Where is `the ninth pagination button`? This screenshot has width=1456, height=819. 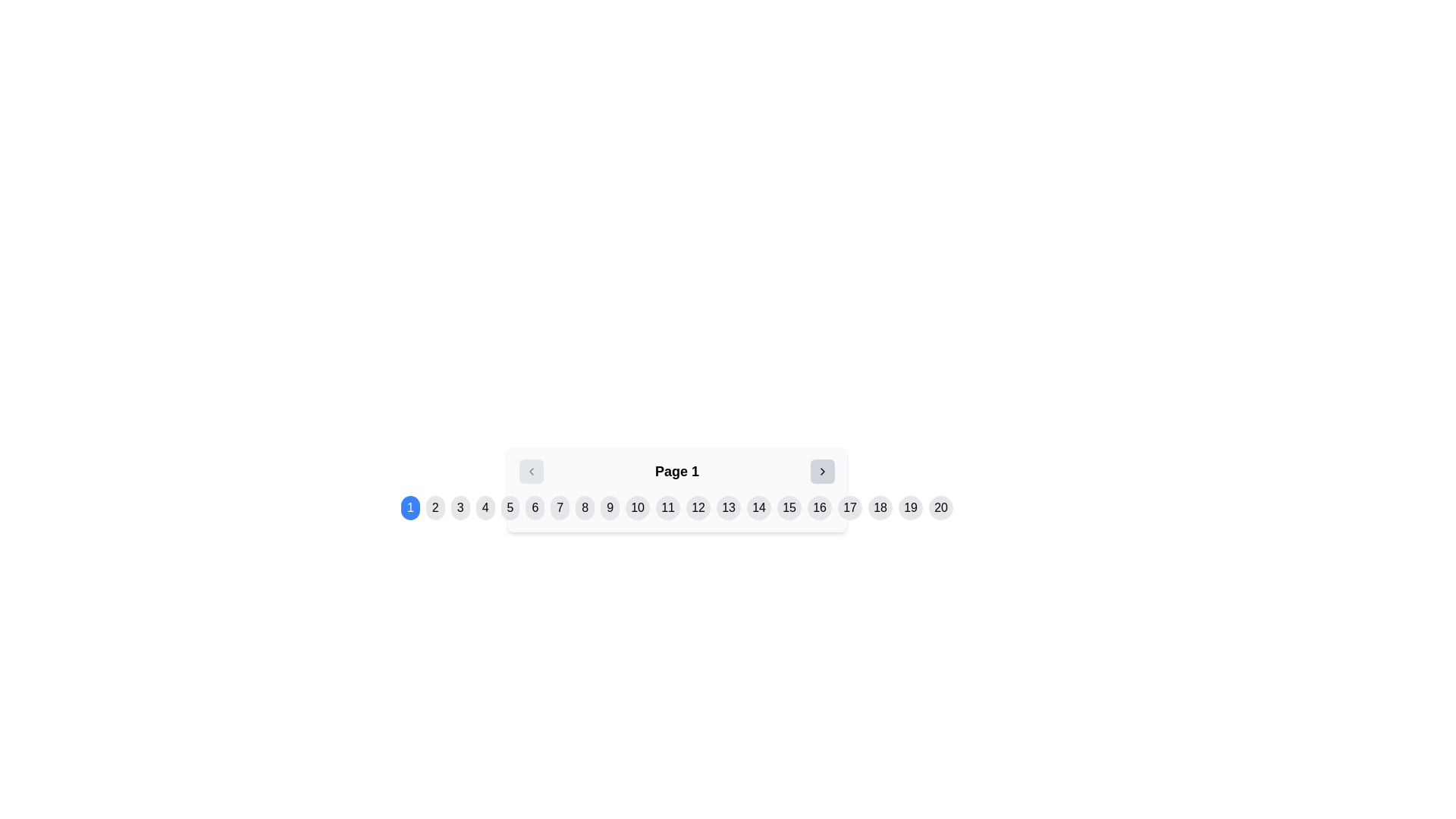
the ninth pagination button is located at coordinates (610, 508).